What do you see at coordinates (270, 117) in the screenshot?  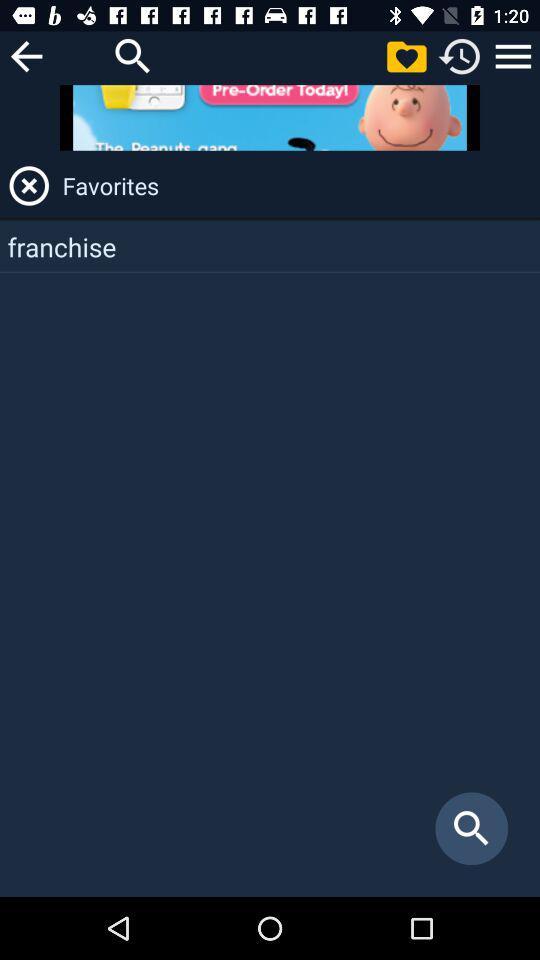 I see `item above favorites item` at bounding box center [270, 117].